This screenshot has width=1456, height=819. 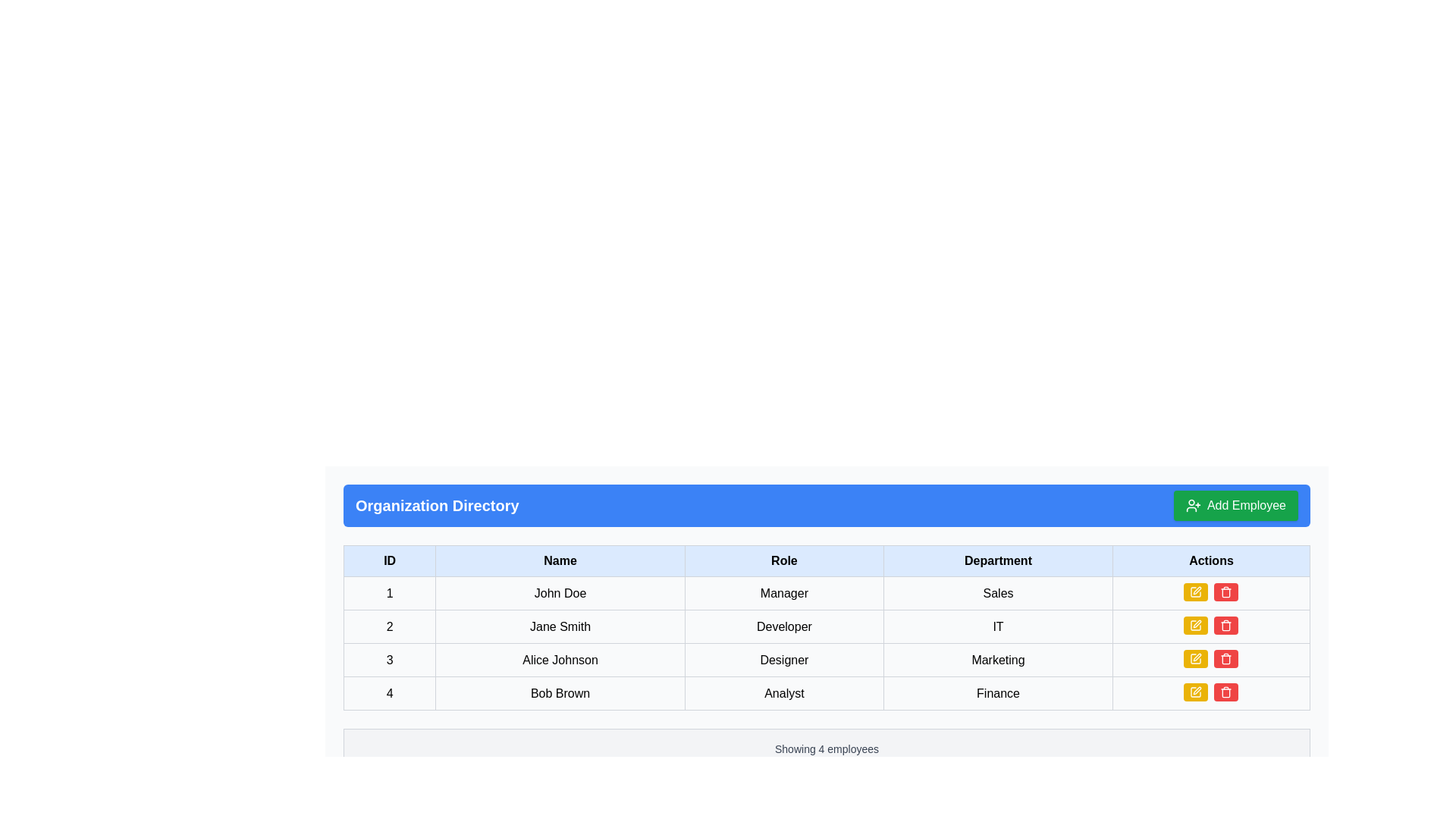 I want to click on the leftmost edit icon in the 'Actions' column for the Marketing department to initiate an edit action, so click(x=1195, y=657).